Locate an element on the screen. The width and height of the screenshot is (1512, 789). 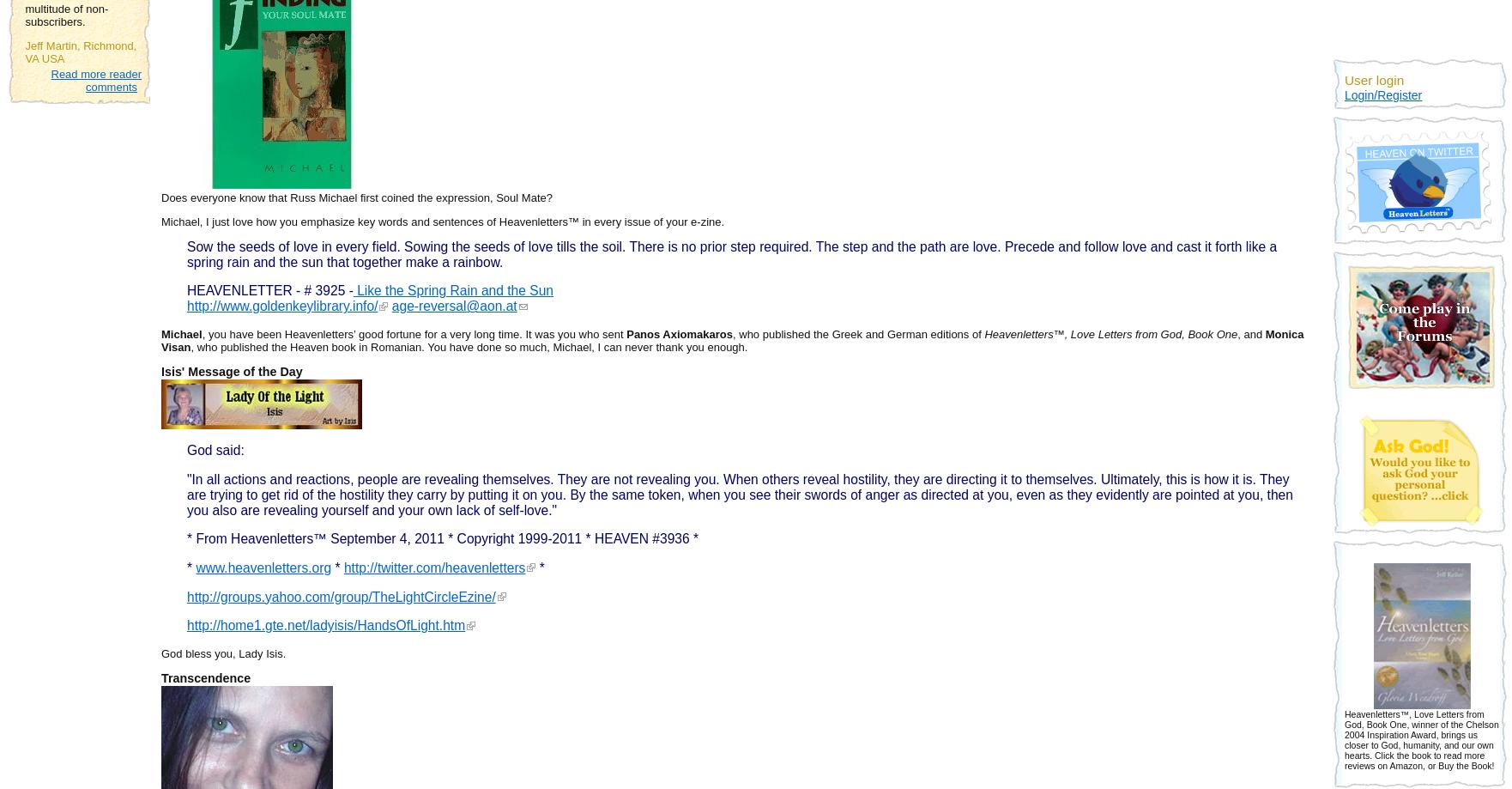
'http://groups.yahoo.com/group/TheLightCircleEzine/' is located at coordinates (341, 595).